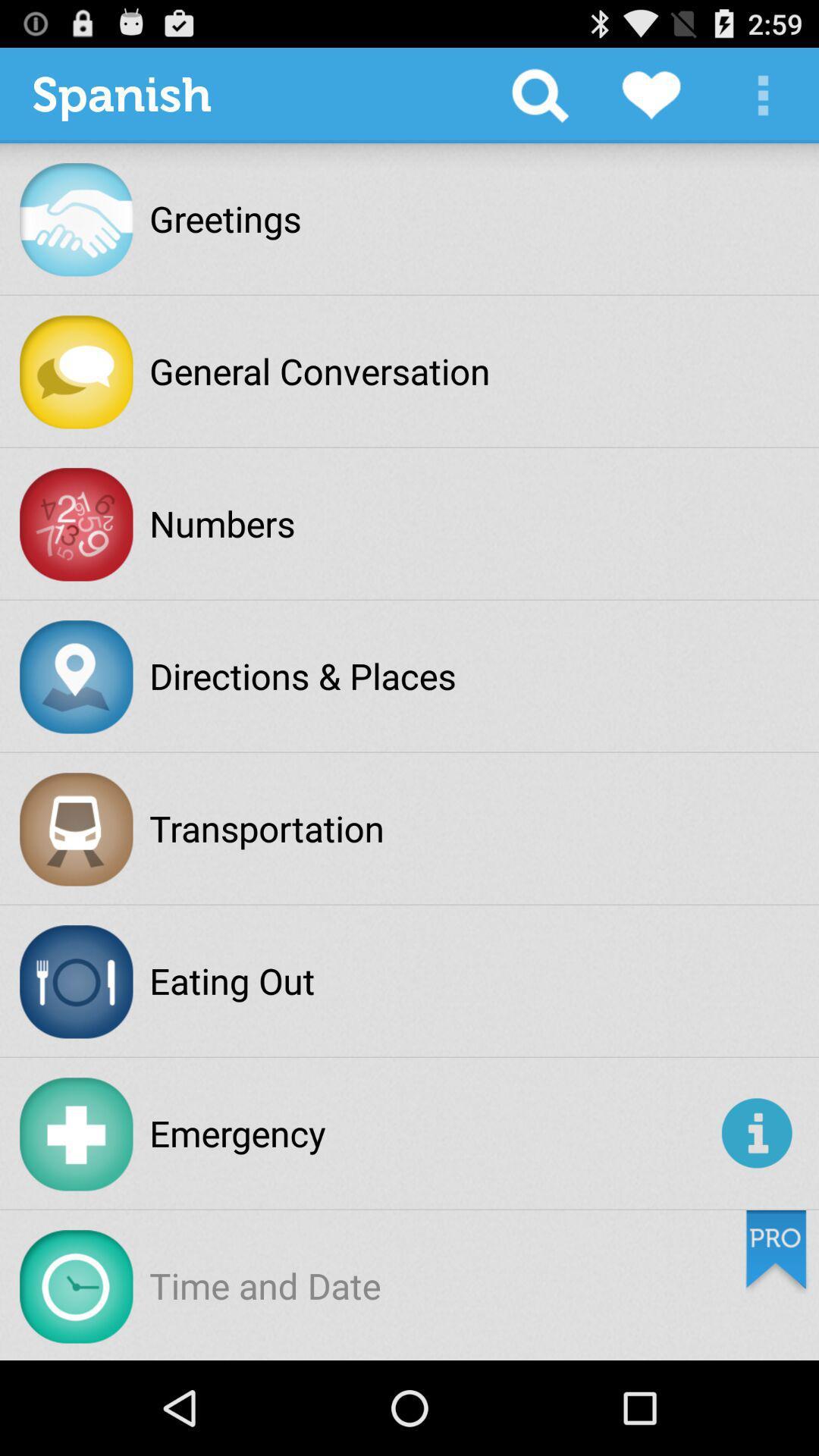 The width and height of the screenshot is (819, 1456). Describe the element at coordinates (264, 1285) in the screenshot. I see `the time and date item` at that location.